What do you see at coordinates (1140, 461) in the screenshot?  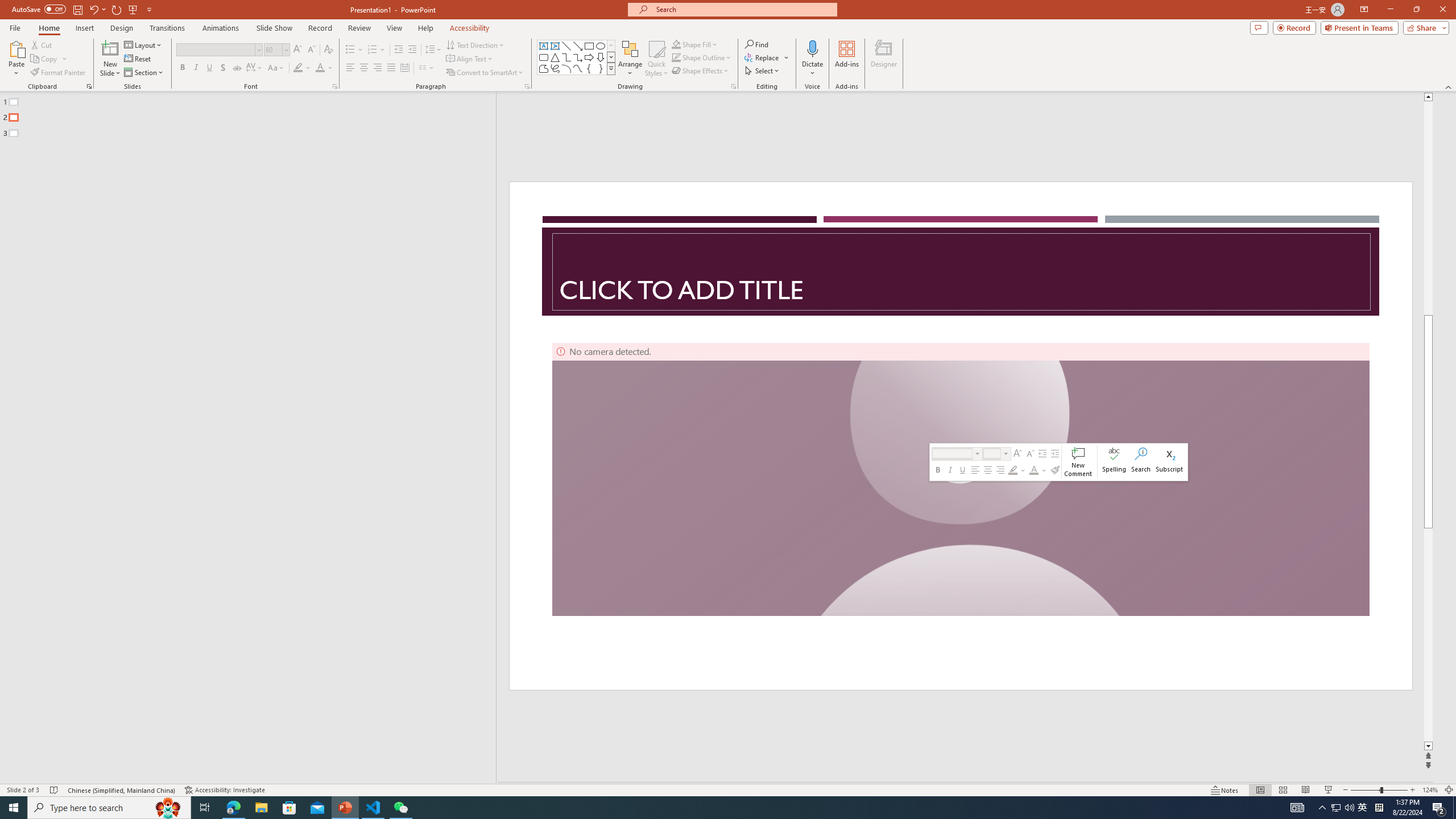 I see `'Search'` at bounding box center [1140, 461].